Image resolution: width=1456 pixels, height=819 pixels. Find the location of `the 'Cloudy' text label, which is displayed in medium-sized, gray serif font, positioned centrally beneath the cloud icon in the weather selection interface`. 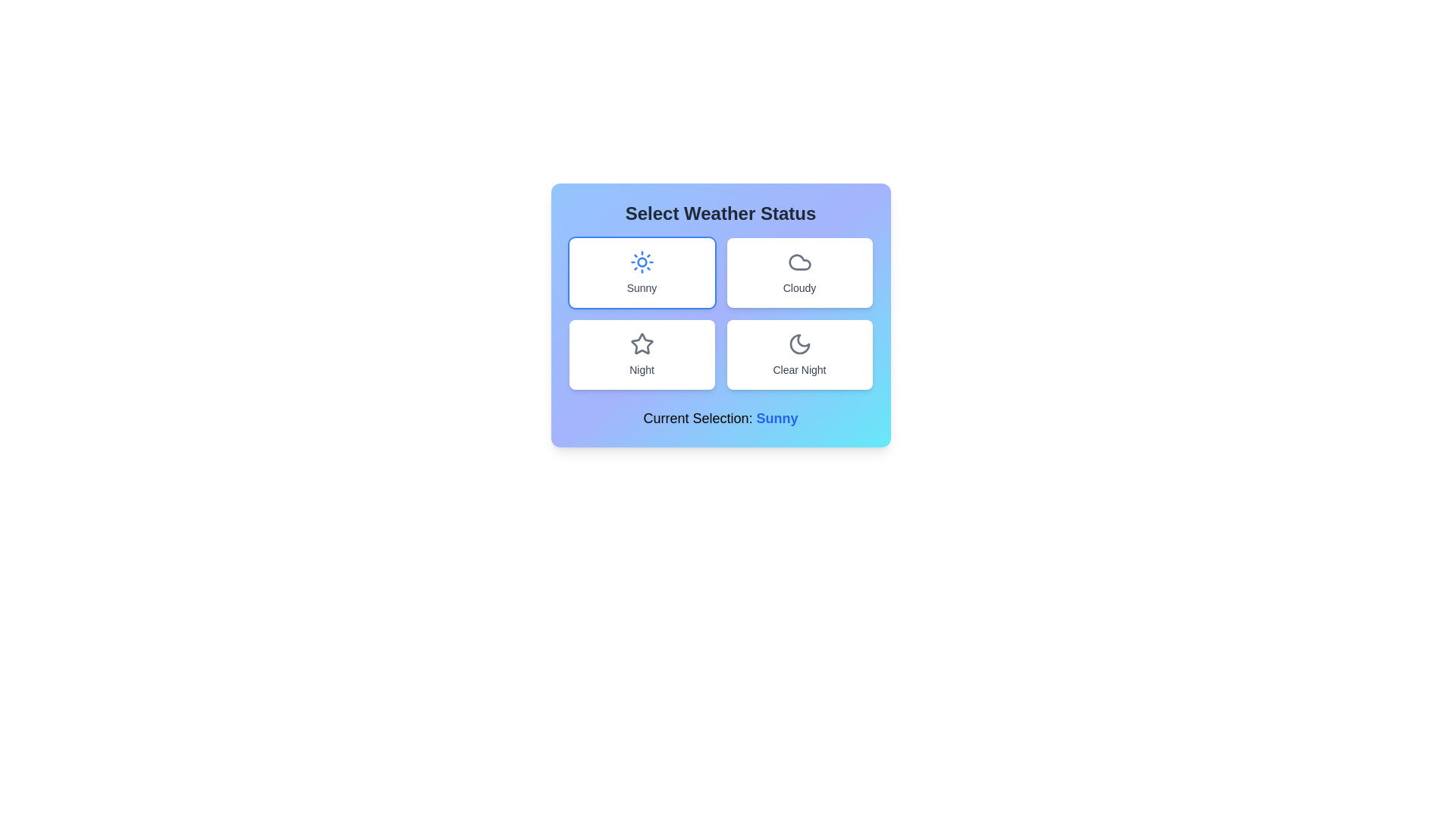

the 'Cloudy' text label, which is displayed in medium-sized, gray serif font, positioned centrally beneath the cloud icon in the weather selection interface is located at coordinates (799, 288).